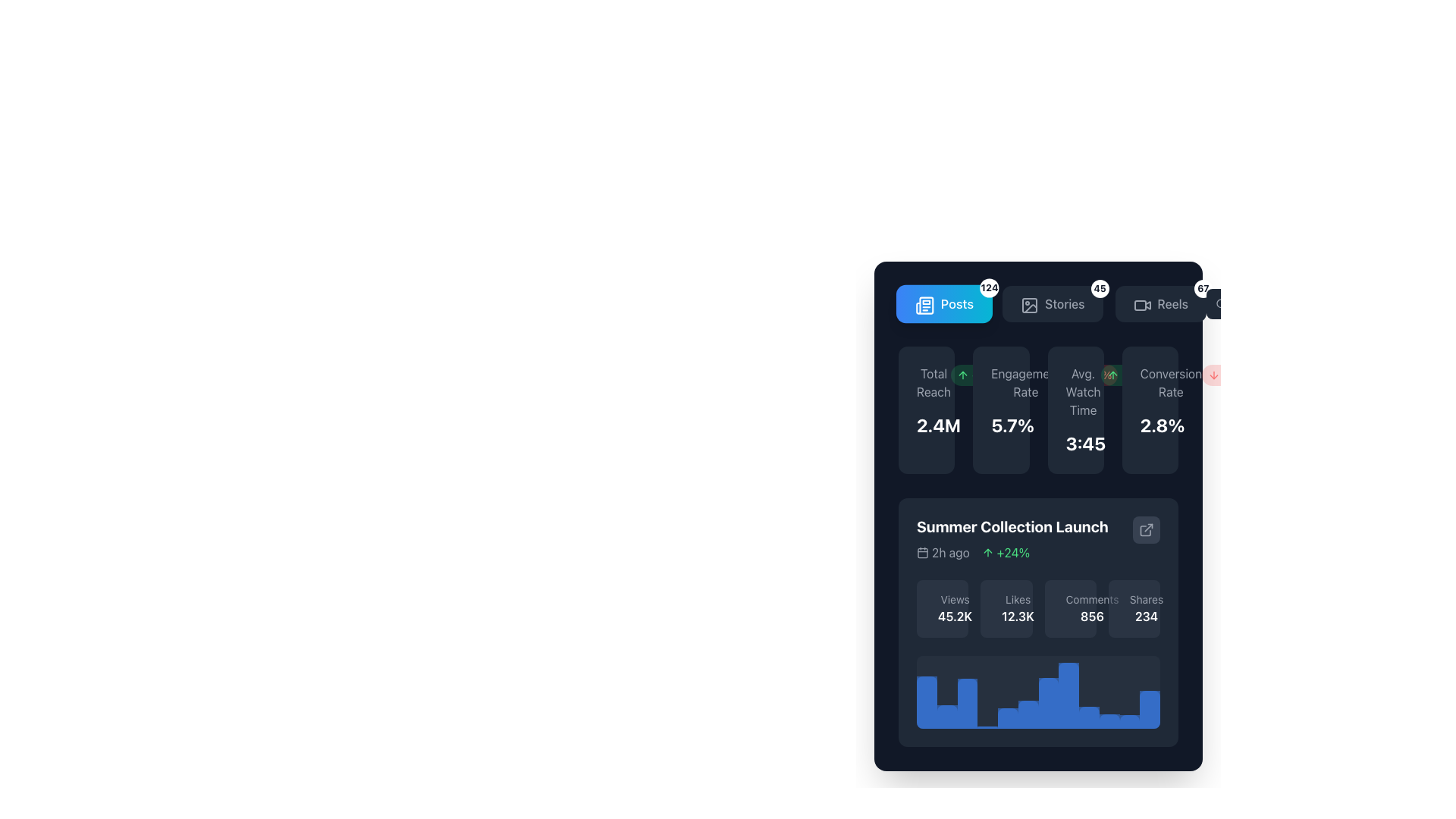  What do you see at coordinates (1006, 553) in the screenshot?
I see `the text '+24%' with an upward arrow icon in green, located within the 'Summer Collection Launch.' section` at bounding box center [1006, 553].